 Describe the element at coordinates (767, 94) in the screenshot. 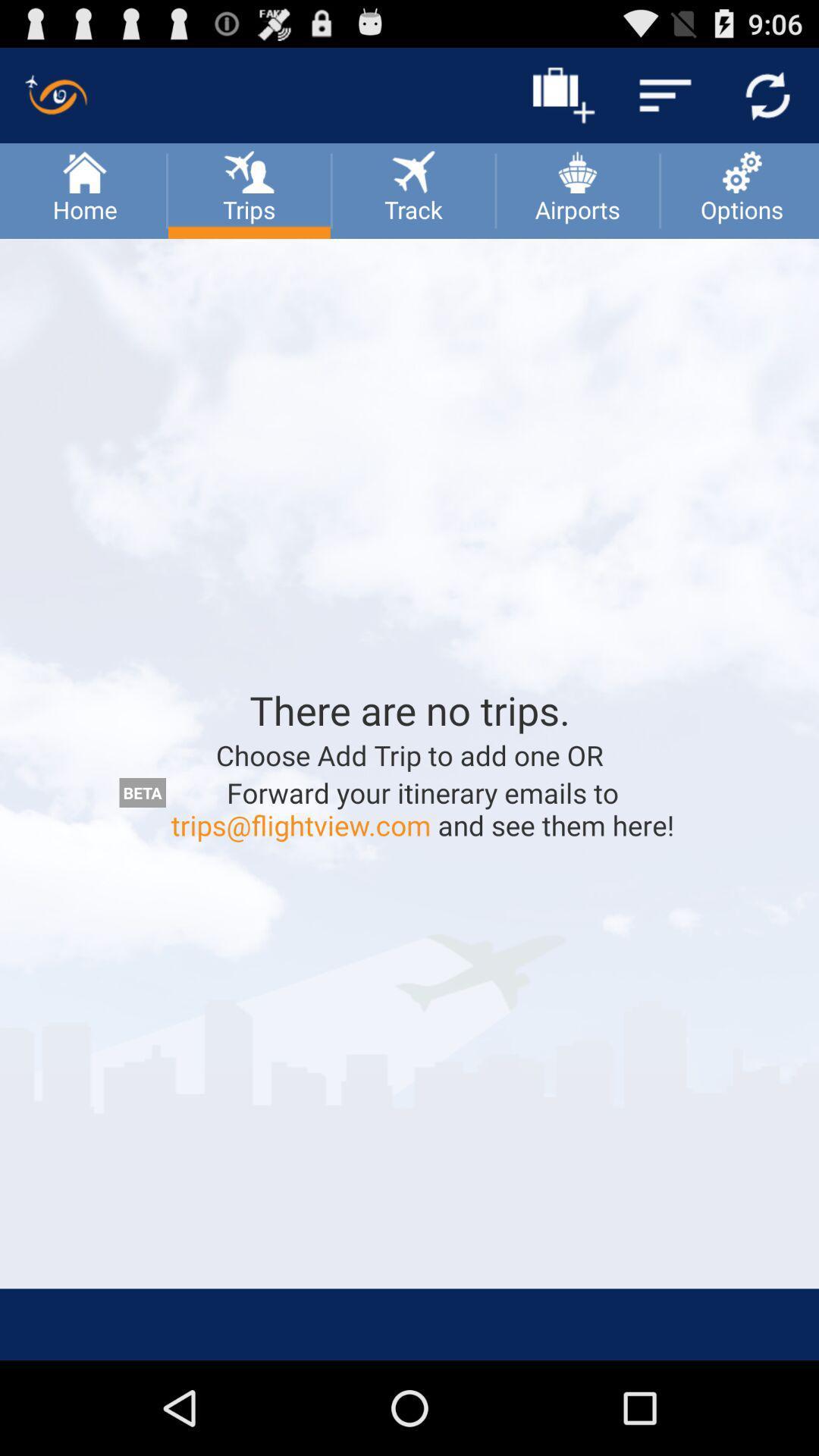

I see `icon below time` at that location.